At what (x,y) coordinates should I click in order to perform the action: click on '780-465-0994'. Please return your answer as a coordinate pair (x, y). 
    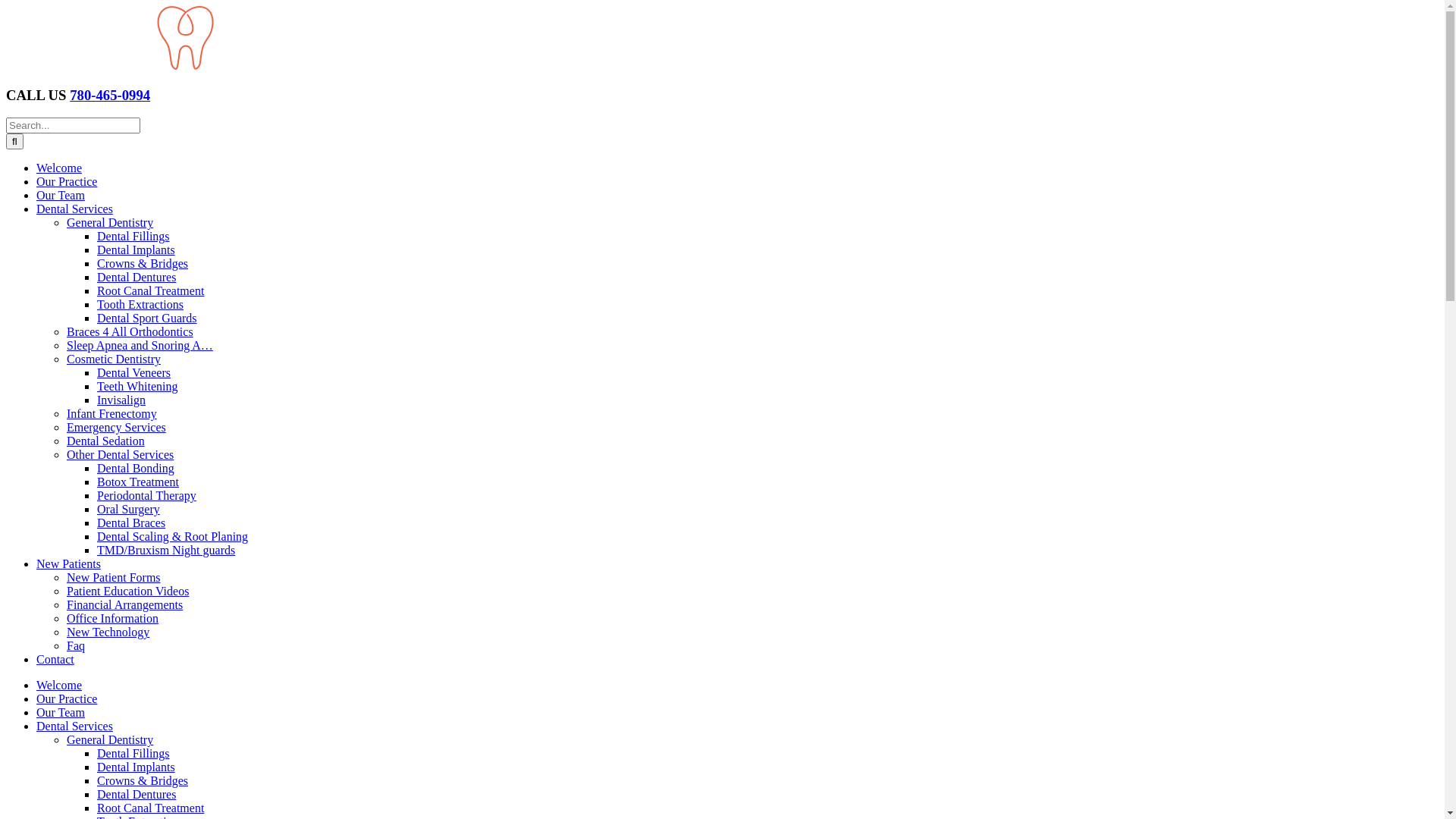
    Looking at the image, I should click on (108, 95).